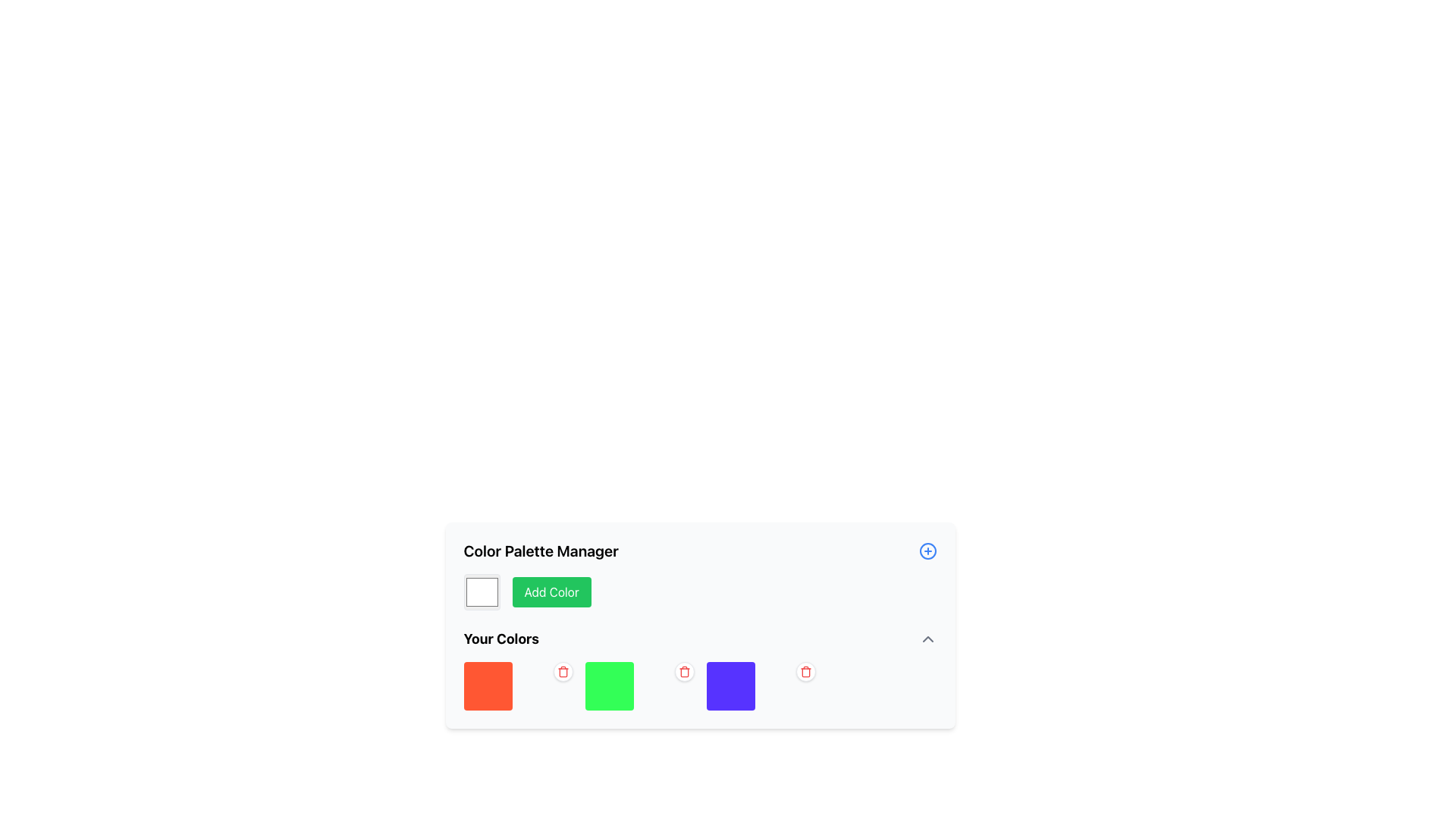  Describe the element at coordinates (927, 639) in the screenshot. I see `the chevron-up button located to the right of the text 'Your Colors'` at that location.